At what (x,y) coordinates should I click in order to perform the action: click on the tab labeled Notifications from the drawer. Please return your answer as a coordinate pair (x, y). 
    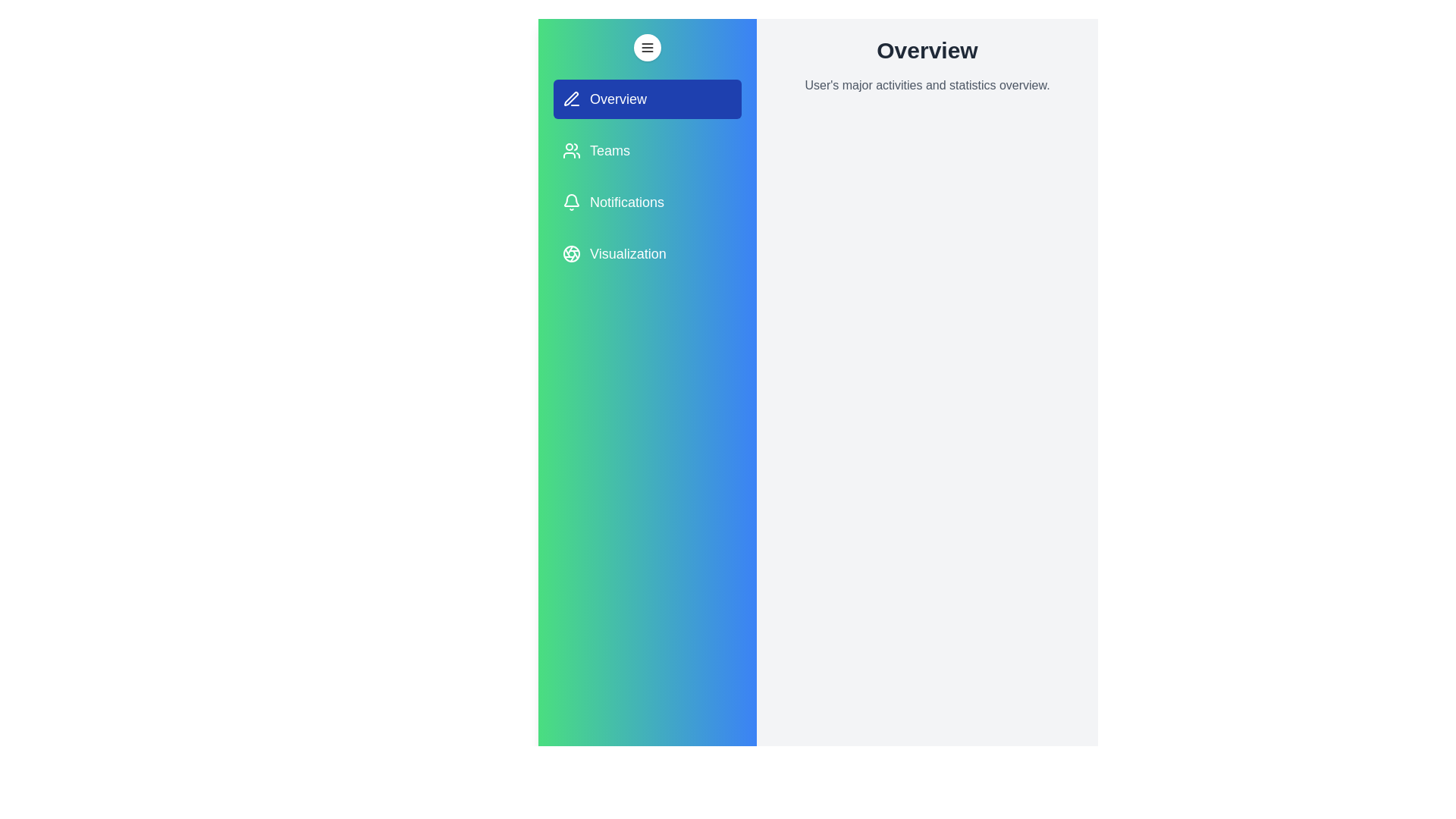
    Looking at the image, I should click on (648, 201).